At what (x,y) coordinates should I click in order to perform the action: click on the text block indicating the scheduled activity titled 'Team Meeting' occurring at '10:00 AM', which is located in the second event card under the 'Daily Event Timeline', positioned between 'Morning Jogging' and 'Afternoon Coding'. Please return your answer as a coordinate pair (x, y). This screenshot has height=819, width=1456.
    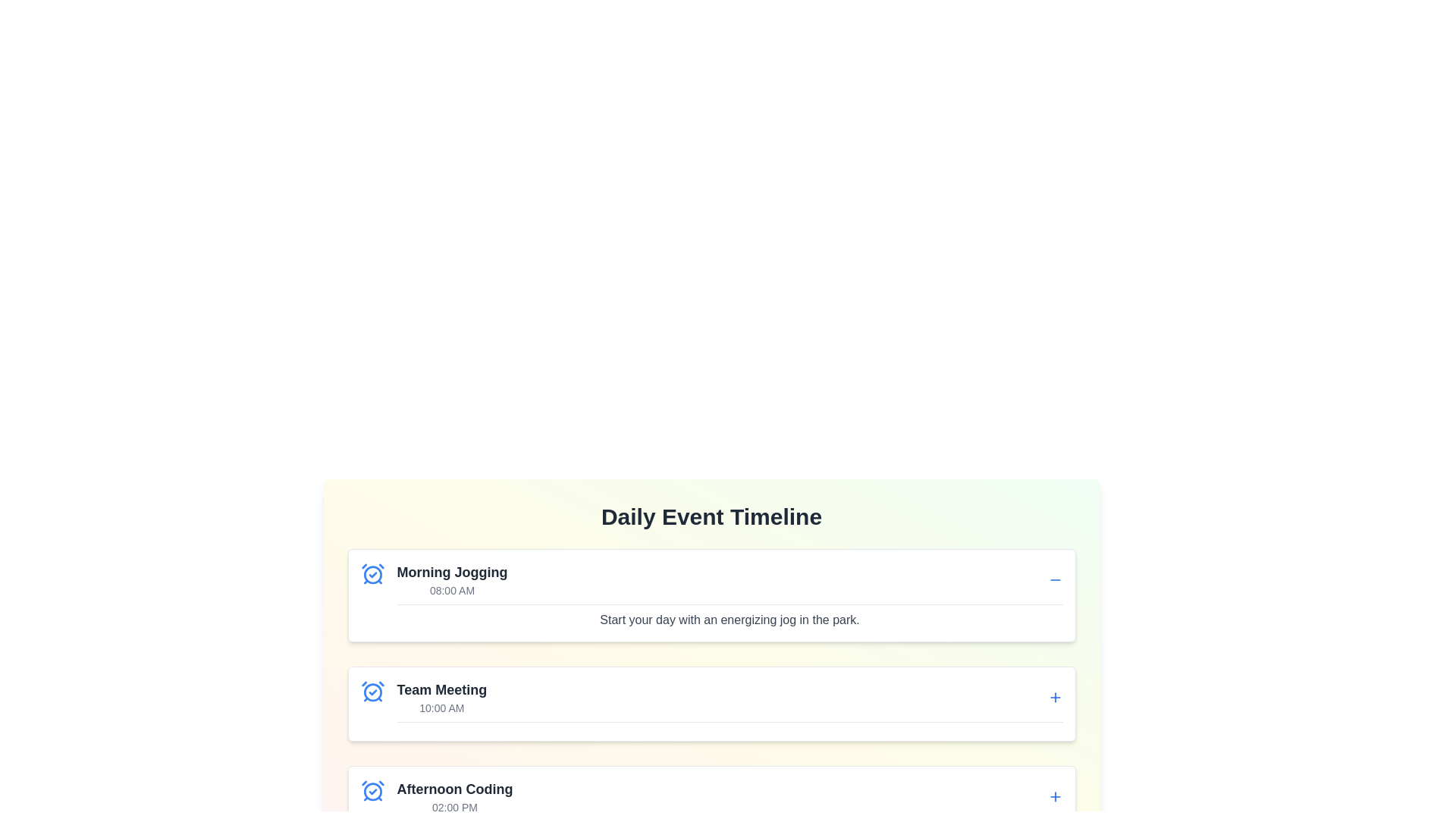
    Looking at the image, I should click on (441, 698).